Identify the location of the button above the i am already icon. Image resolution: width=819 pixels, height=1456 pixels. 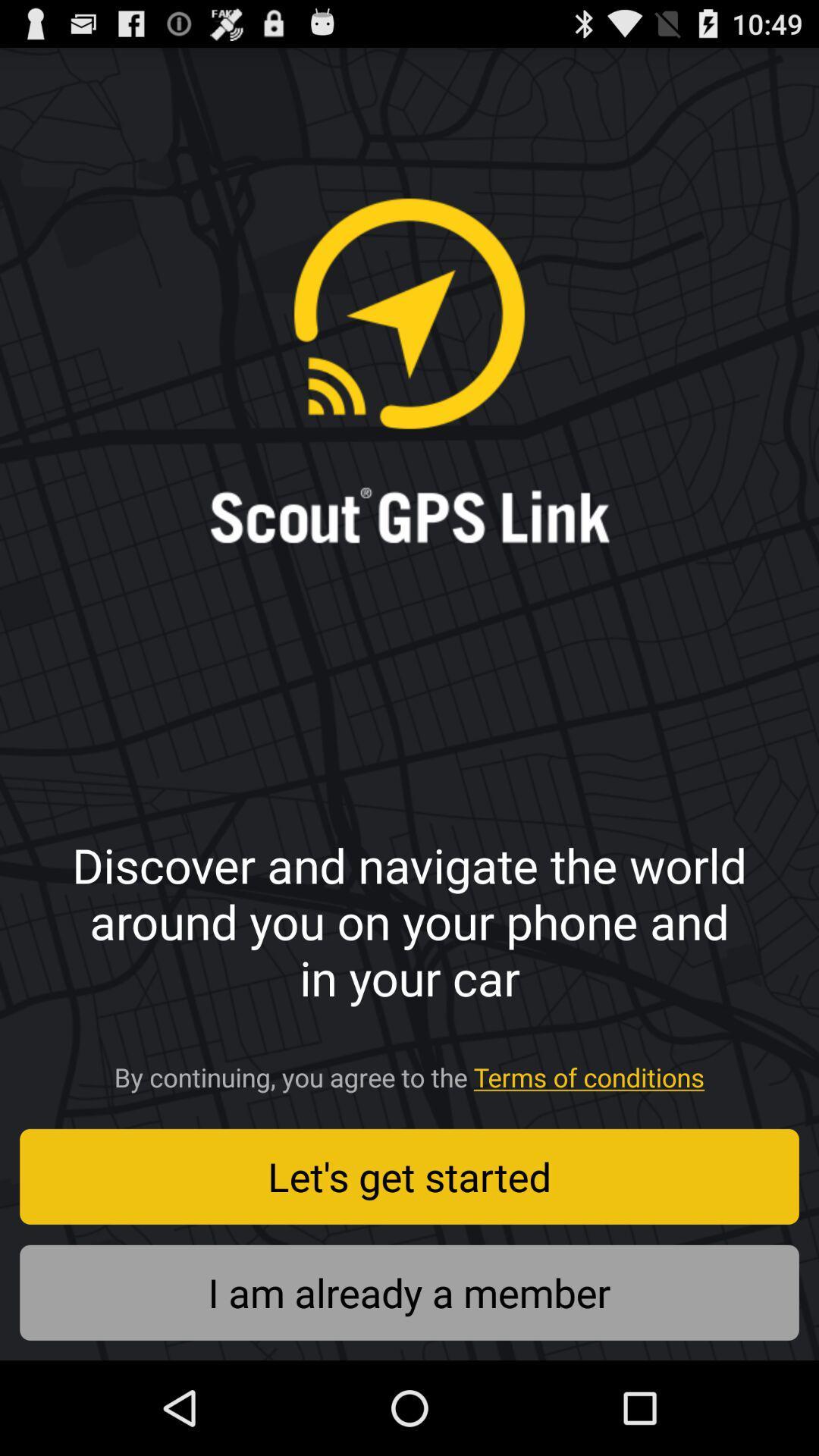
(409, 1175).